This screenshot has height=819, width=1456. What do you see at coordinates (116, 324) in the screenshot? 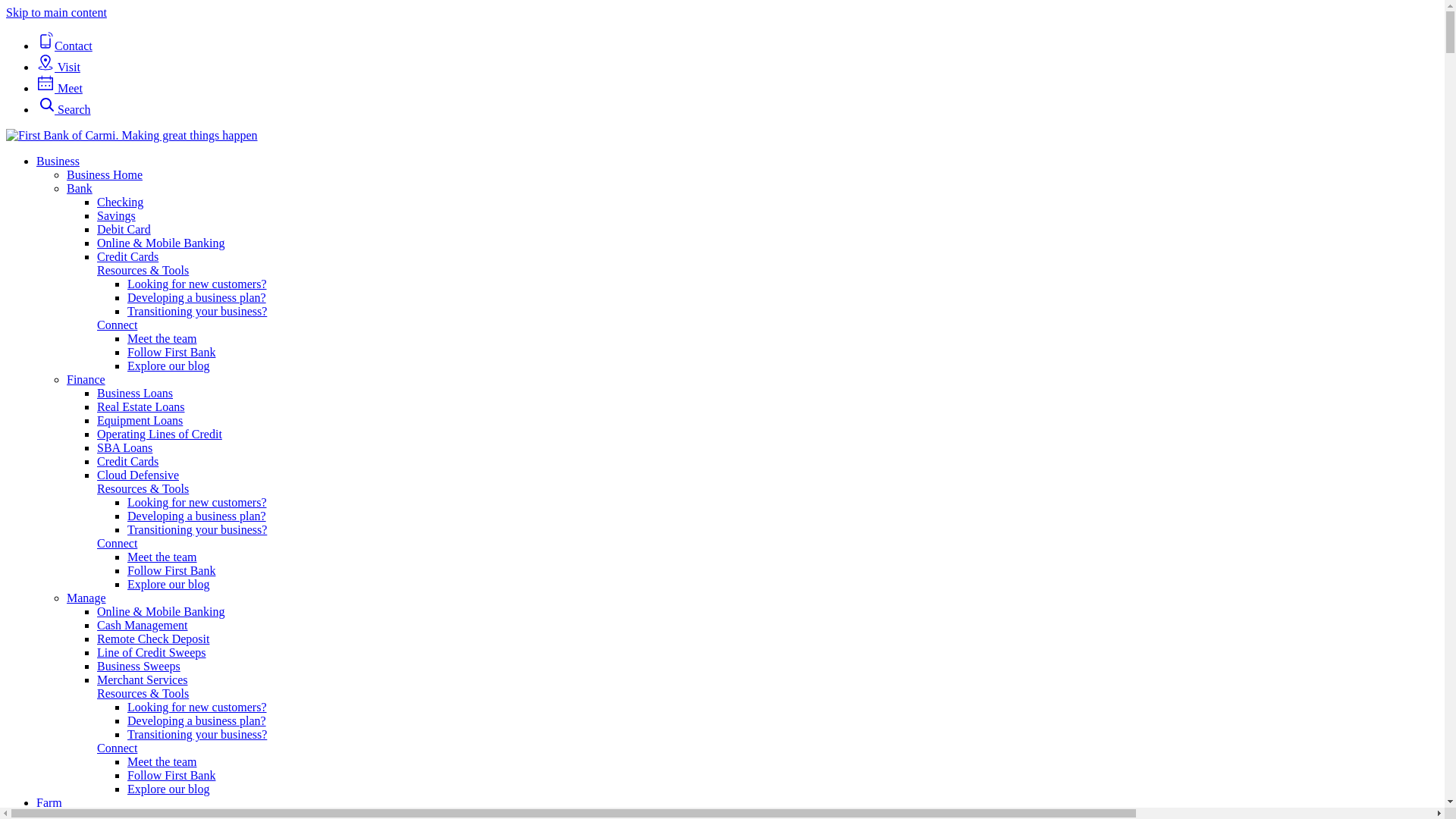
I see `'Connect'` at bounding box center [116, 324].